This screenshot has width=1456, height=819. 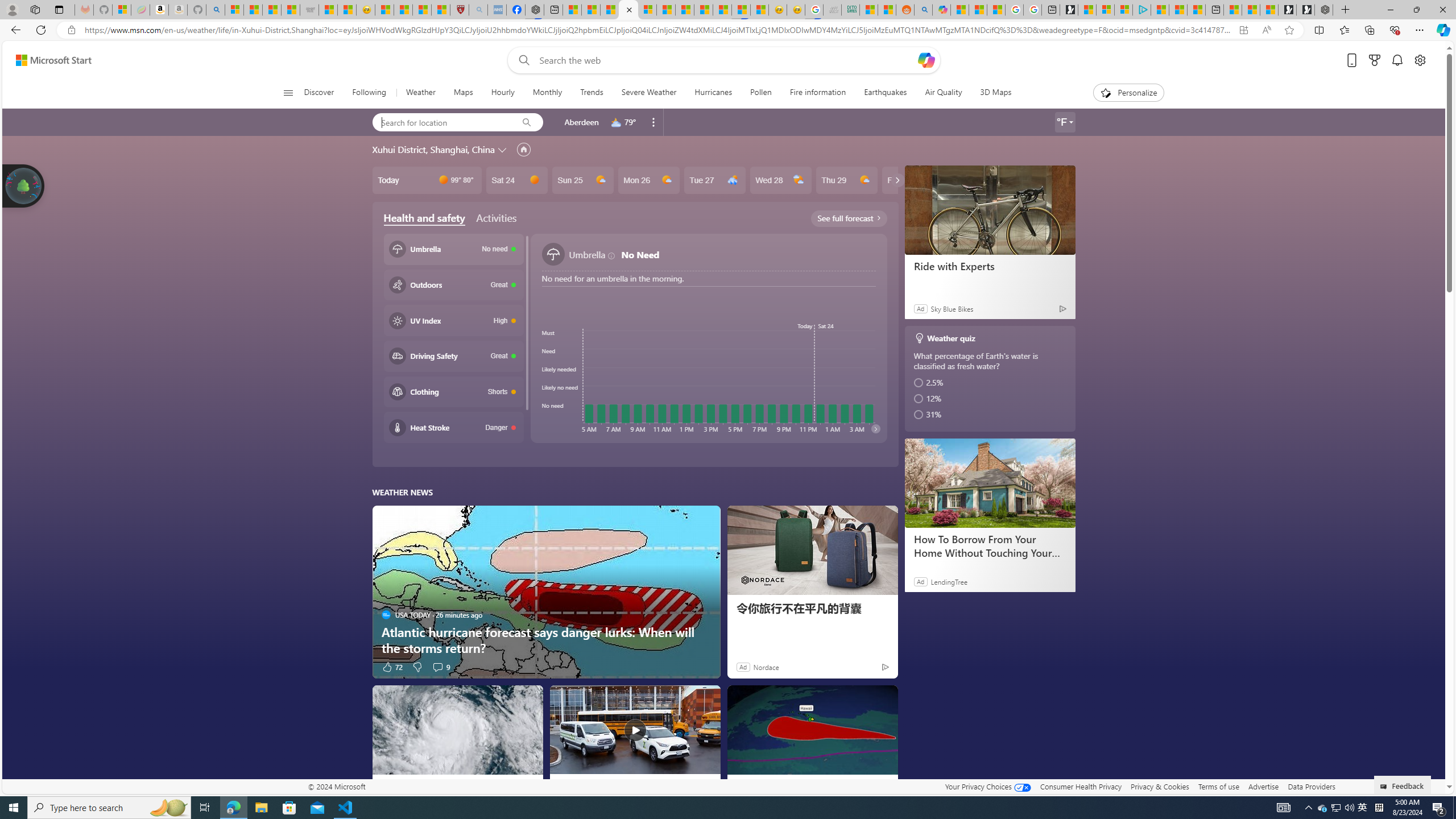 I want to click on 'Monthly', so click(x=547, y=92).